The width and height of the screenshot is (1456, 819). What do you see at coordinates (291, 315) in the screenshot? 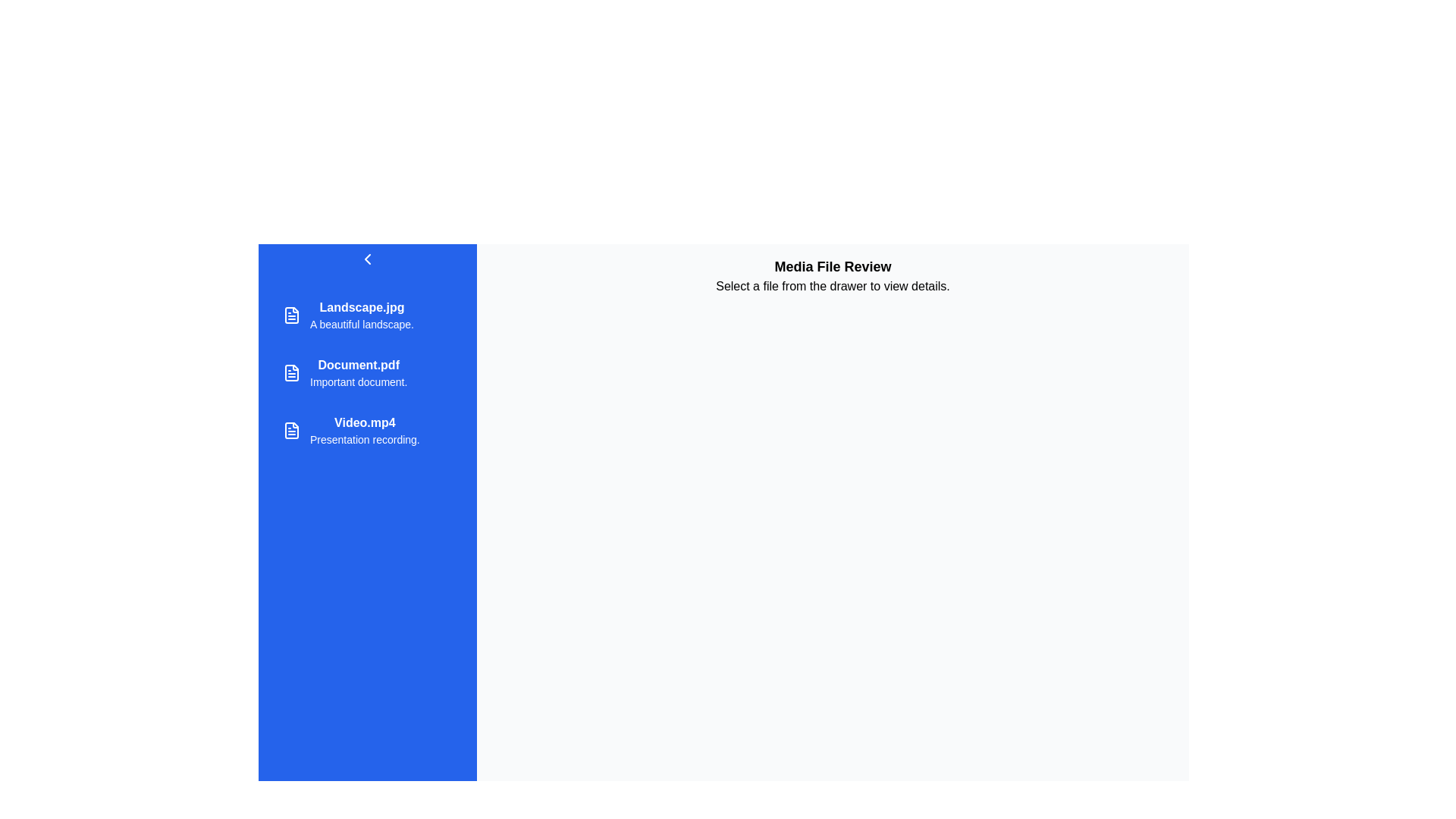
I see `the document icon SVG element associated with 'Document.pdf' in the left sidebar` at bounding box center [291, 315].